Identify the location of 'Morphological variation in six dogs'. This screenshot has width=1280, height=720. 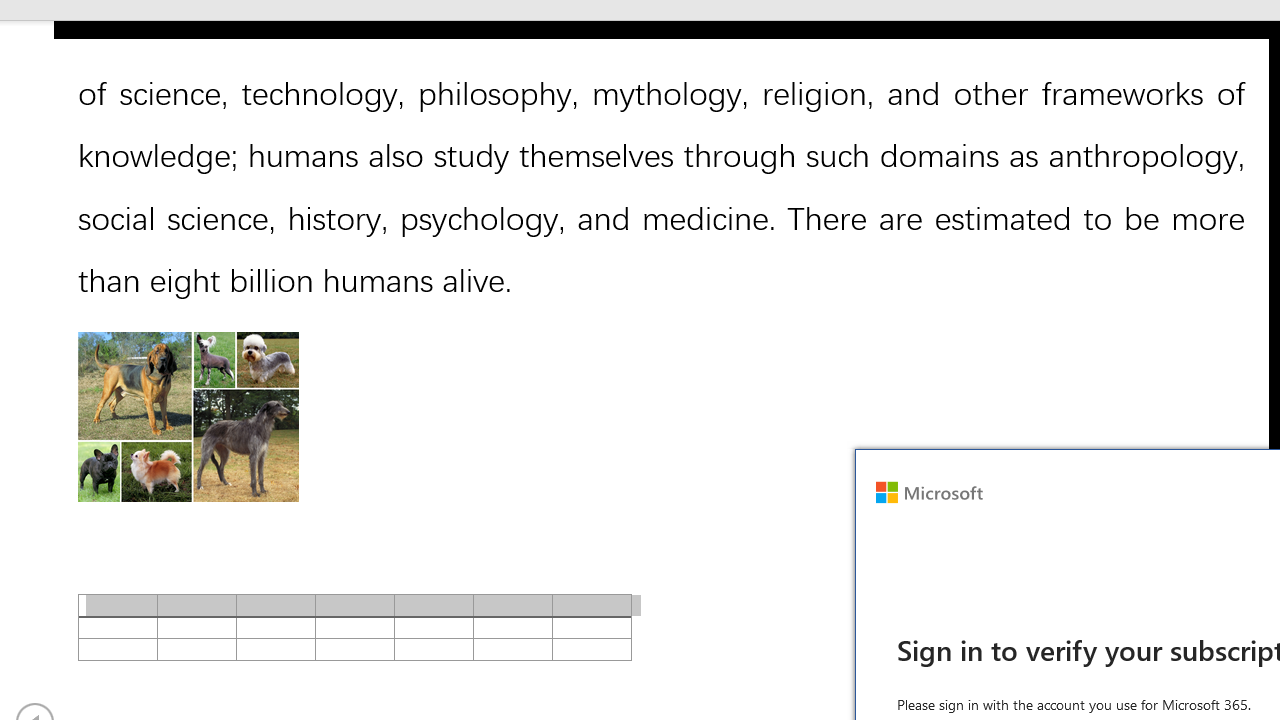
(188, 415).